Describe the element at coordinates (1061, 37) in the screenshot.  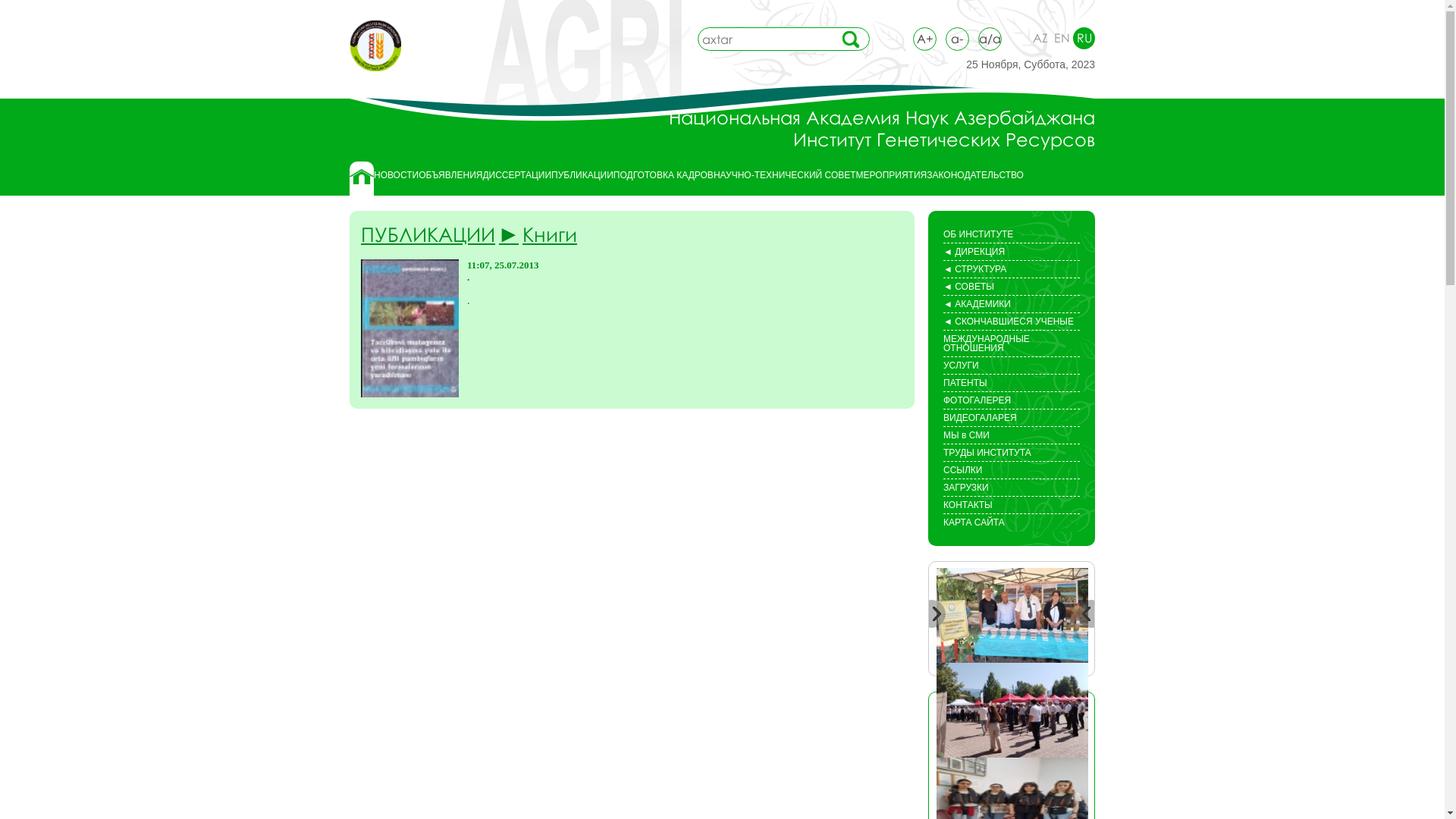
I see `'EN'` at that location.